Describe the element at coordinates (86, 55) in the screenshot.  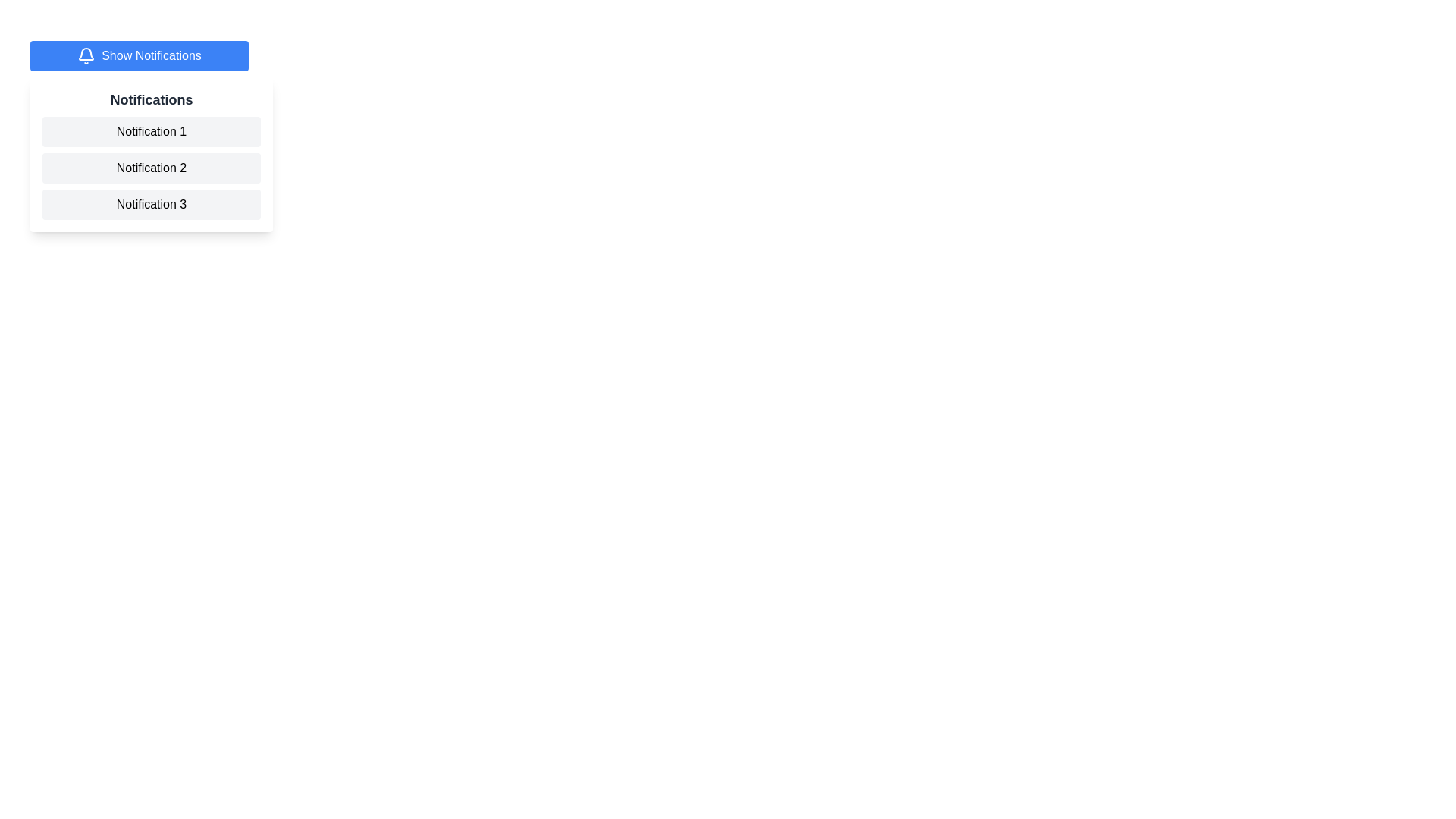
I see `the small bell icon with a blue background, which is part of the 'Show Notifications' button` at that location.